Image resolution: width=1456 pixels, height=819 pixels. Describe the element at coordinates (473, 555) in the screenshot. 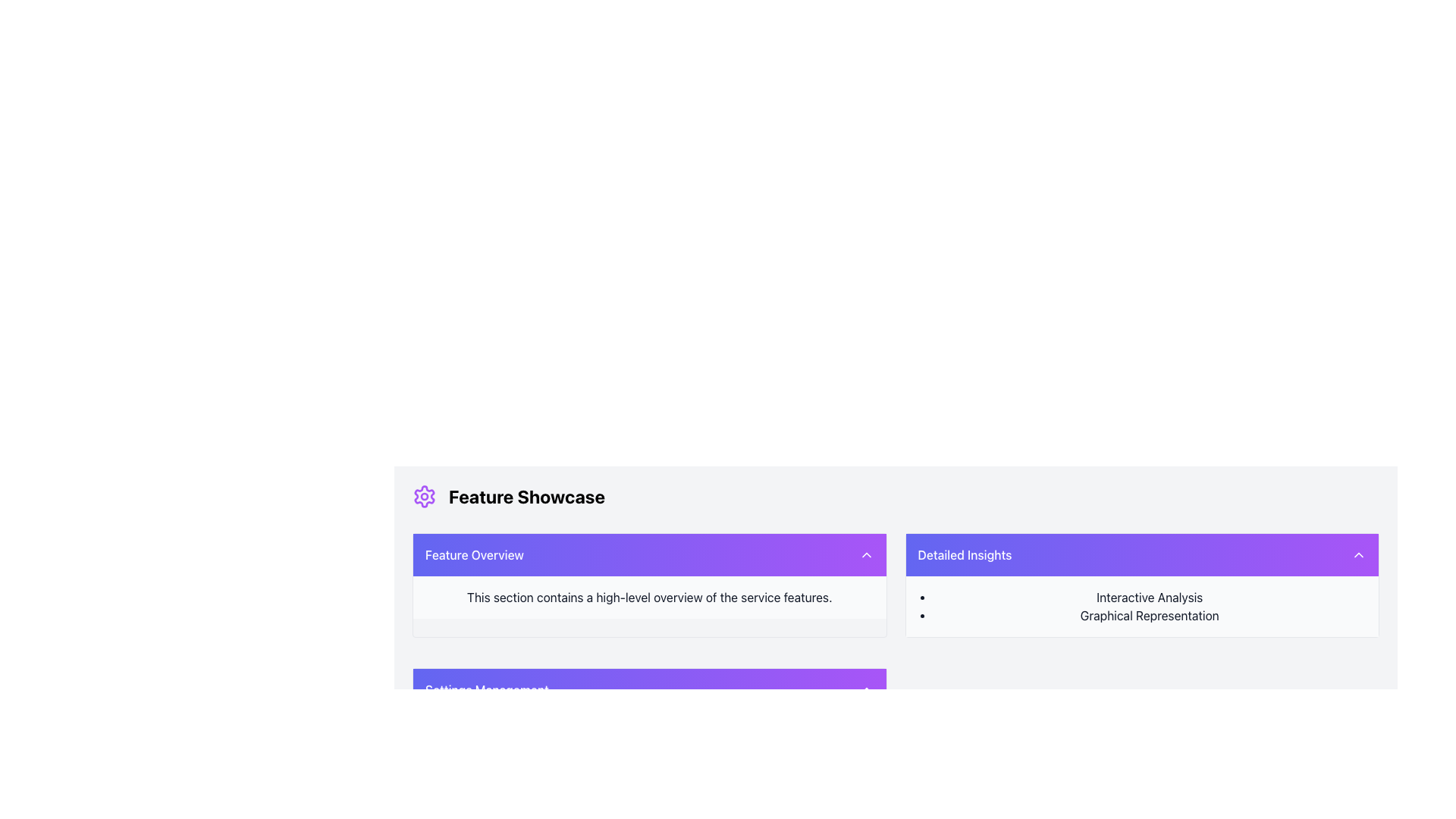

I see `the section represented` at that location.